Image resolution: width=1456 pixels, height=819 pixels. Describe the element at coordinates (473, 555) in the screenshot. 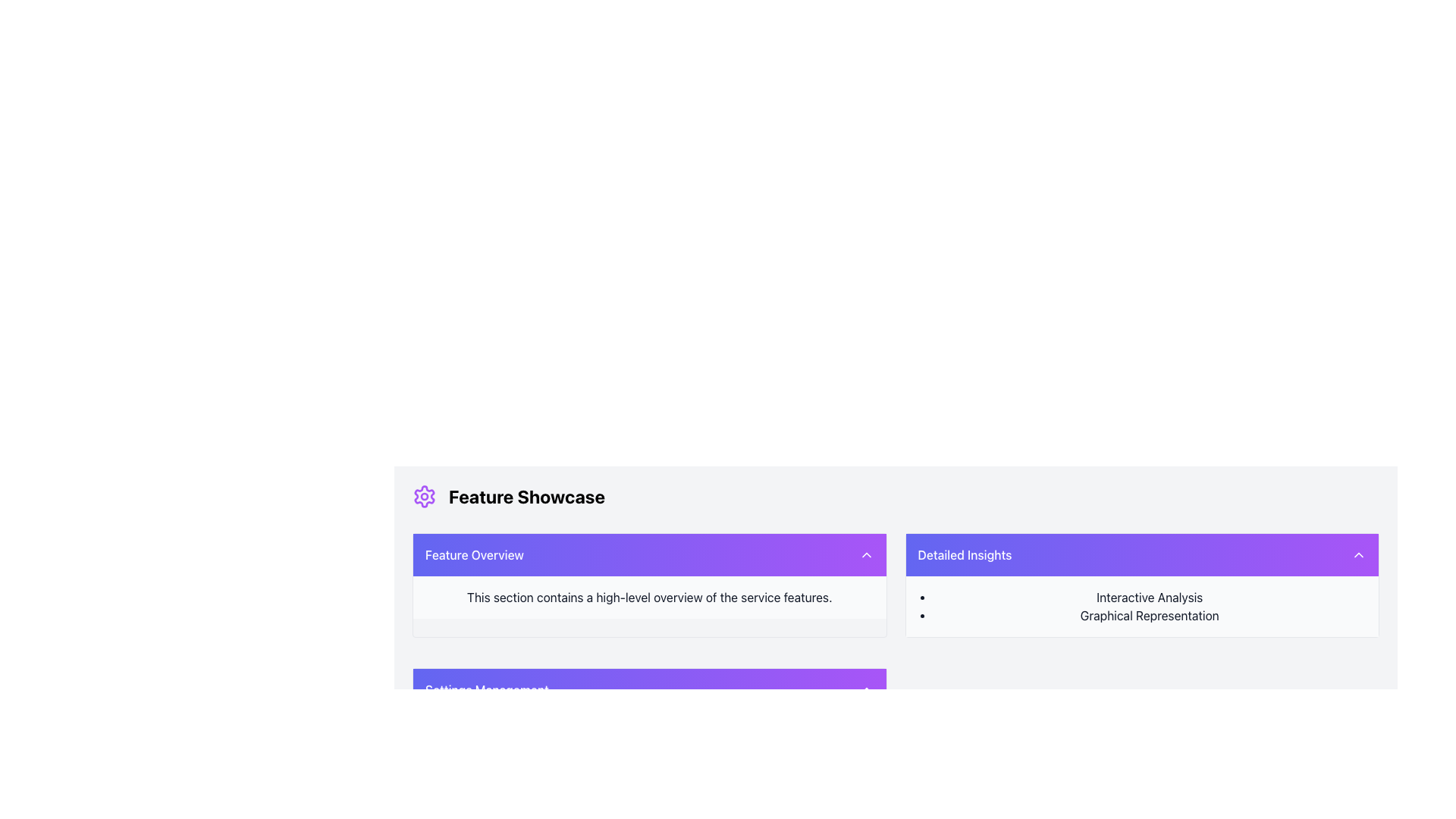

I see `the section represented` at that location.